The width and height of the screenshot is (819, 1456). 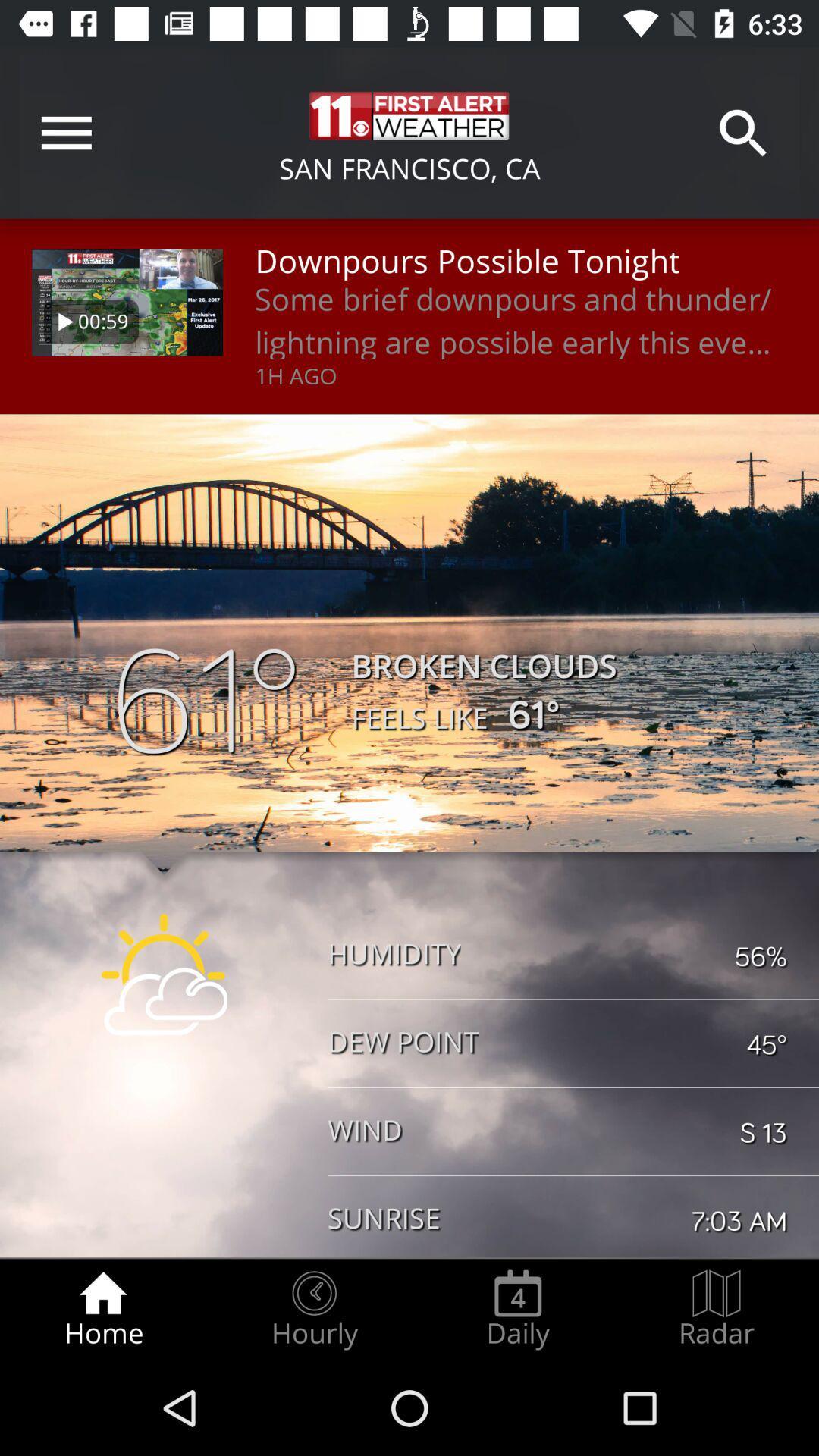 What do you see at coordinates (102, 1309) in the screenshot?
I see `the icon to the left of the hourly radio button` at bounding box center [102, 1309].